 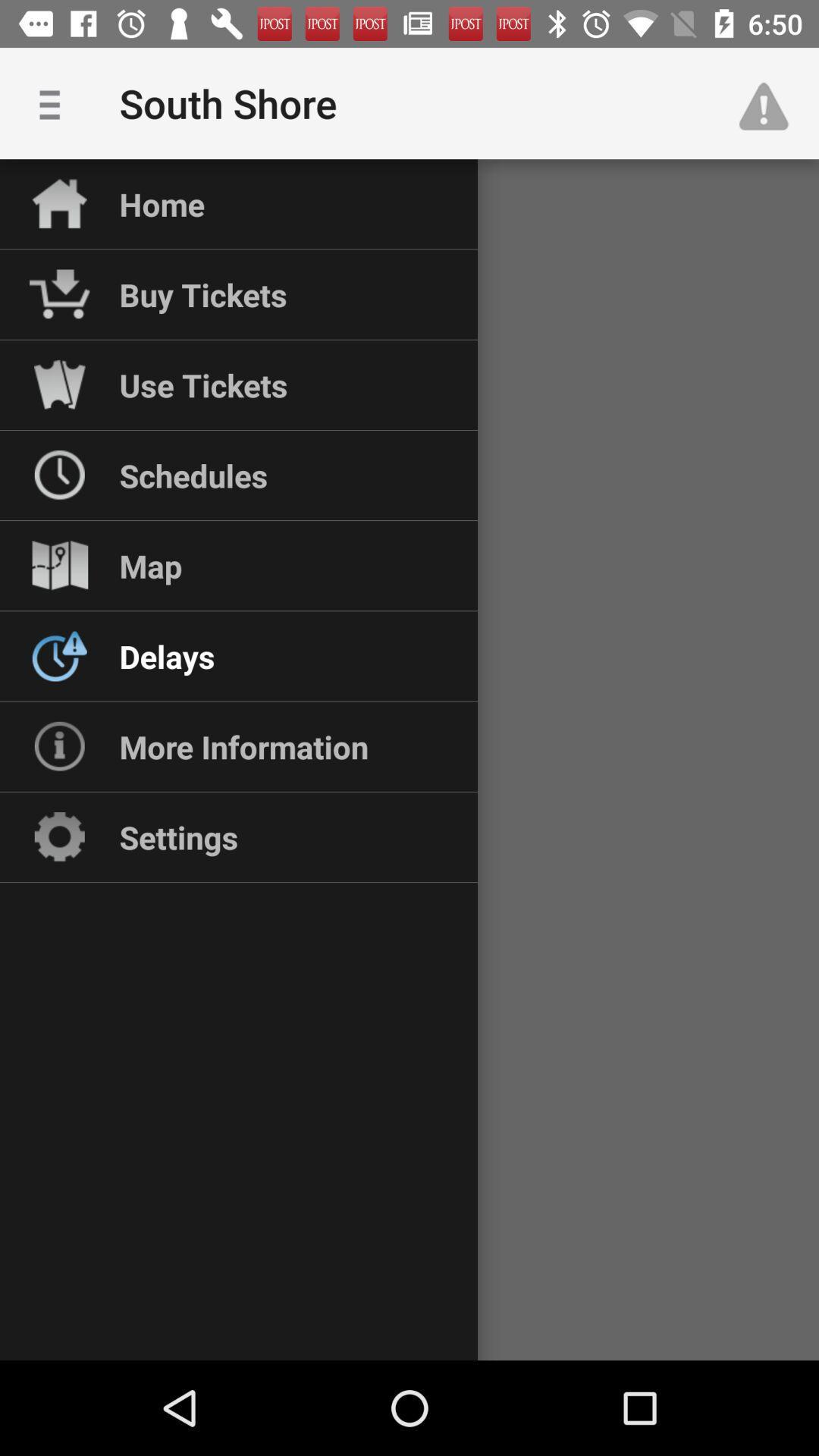 I want to click on the more information icon, so click(x=243, y=746).